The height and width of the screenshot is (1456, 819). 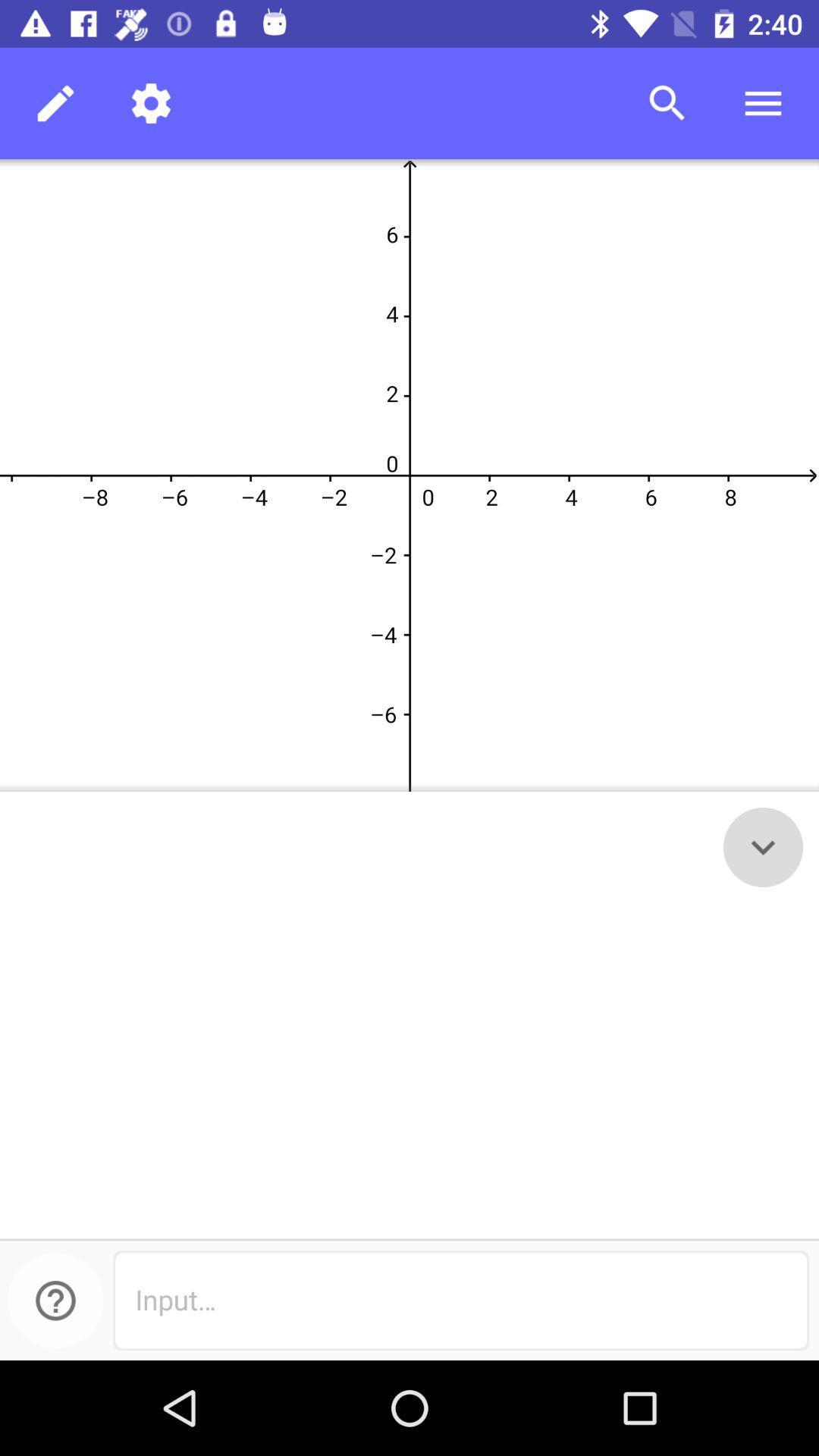 I want to click on the help icon, so click(x=55, y=1300).